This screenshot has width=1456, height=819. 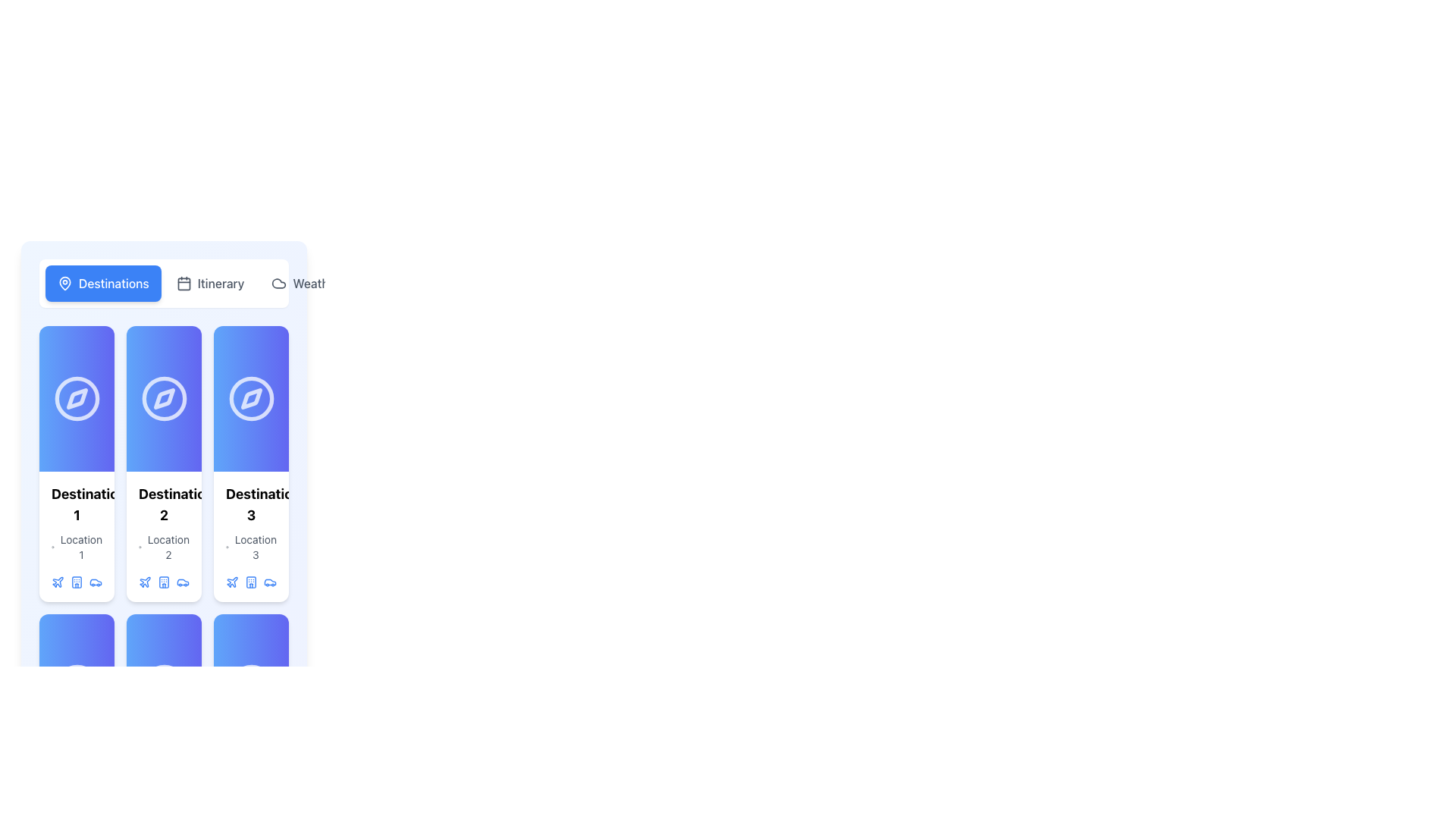 I want to click on the blue hotel building icon, which is the second icon in a horizontal row beneath the 'Destination 1, Location 1' card, so click(x=76, y=581).